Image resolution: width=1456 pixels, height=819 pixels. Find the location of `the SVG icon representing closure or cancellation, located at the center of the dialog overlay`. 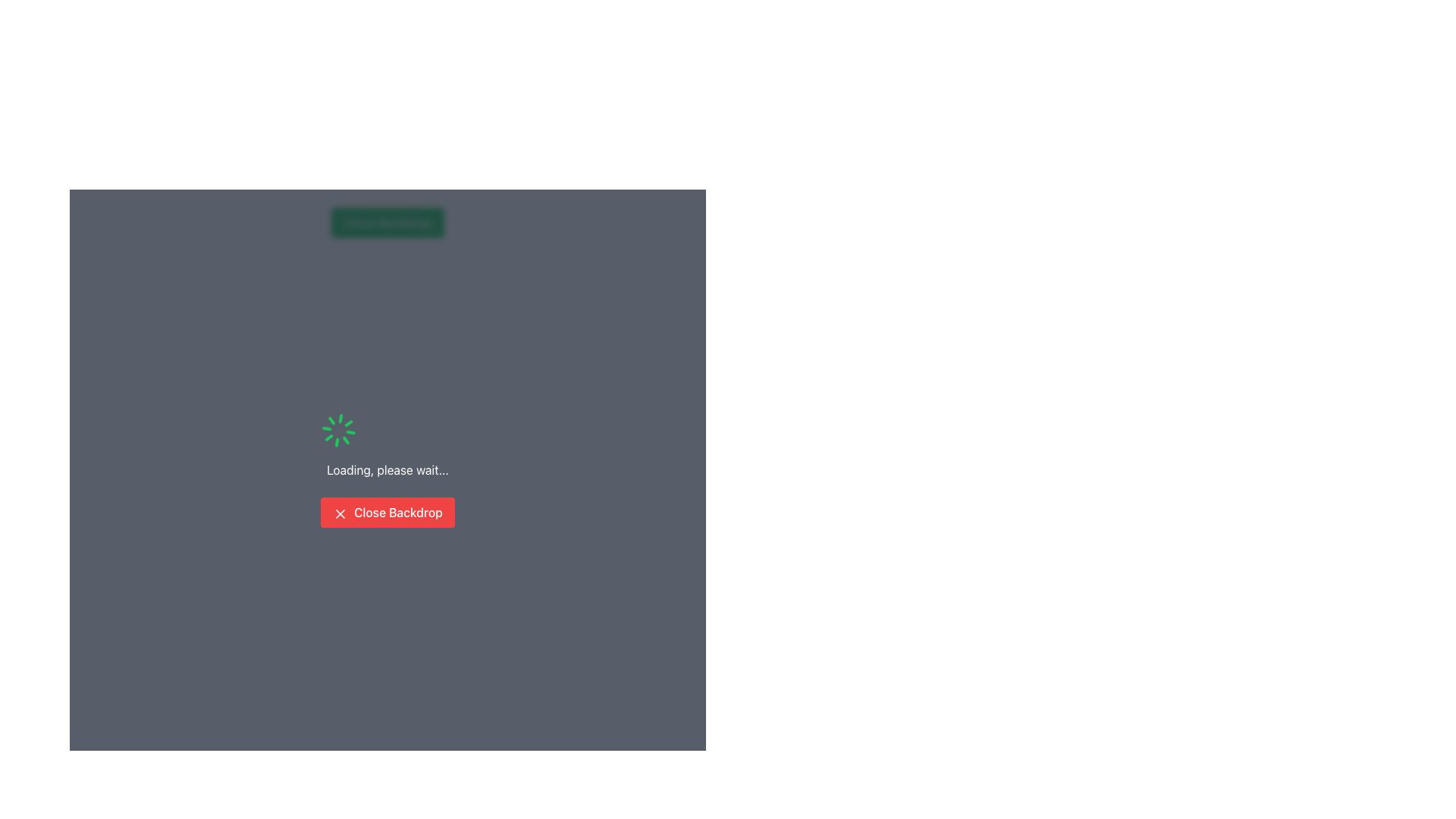

the SVG icon representing closure or cancellation, located at the center of the dialog overlay is located at coordinates (340, 513).